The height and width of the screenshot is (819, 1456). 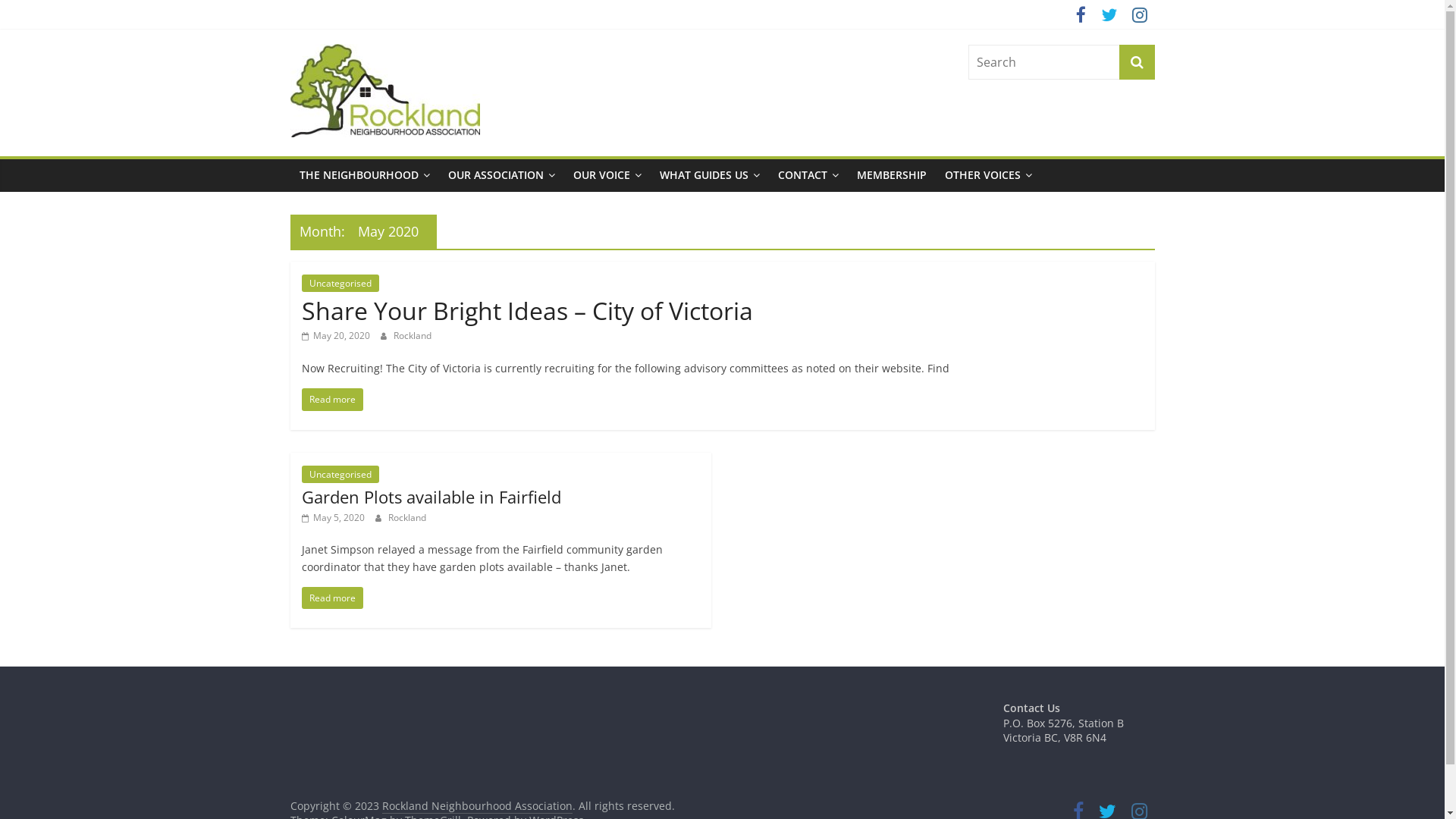 What do you see at coordinates (364, 174) in the screenshot?
I see `'THE NEIGHBOURHOOD'` at bounding box center [364, 174].